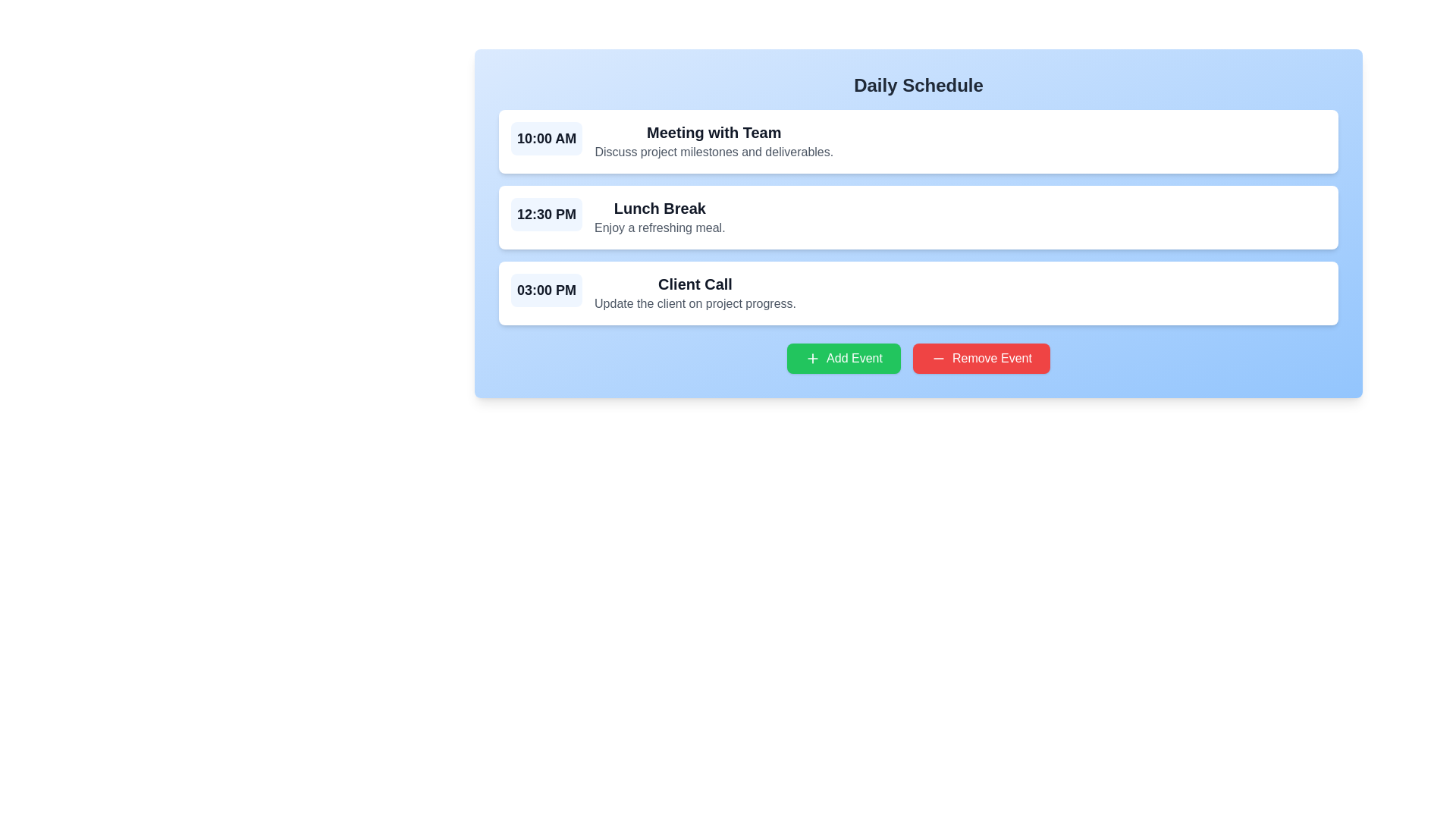 This screenshot has height=819, width=1456. What do you see at coordinates (546, 214) in the screenshot?
I see `the static text label displaying the time for the 'Lunch Break' event, which is positioned in the middle item of the scheduled events list` at bounding box center [546, 214].